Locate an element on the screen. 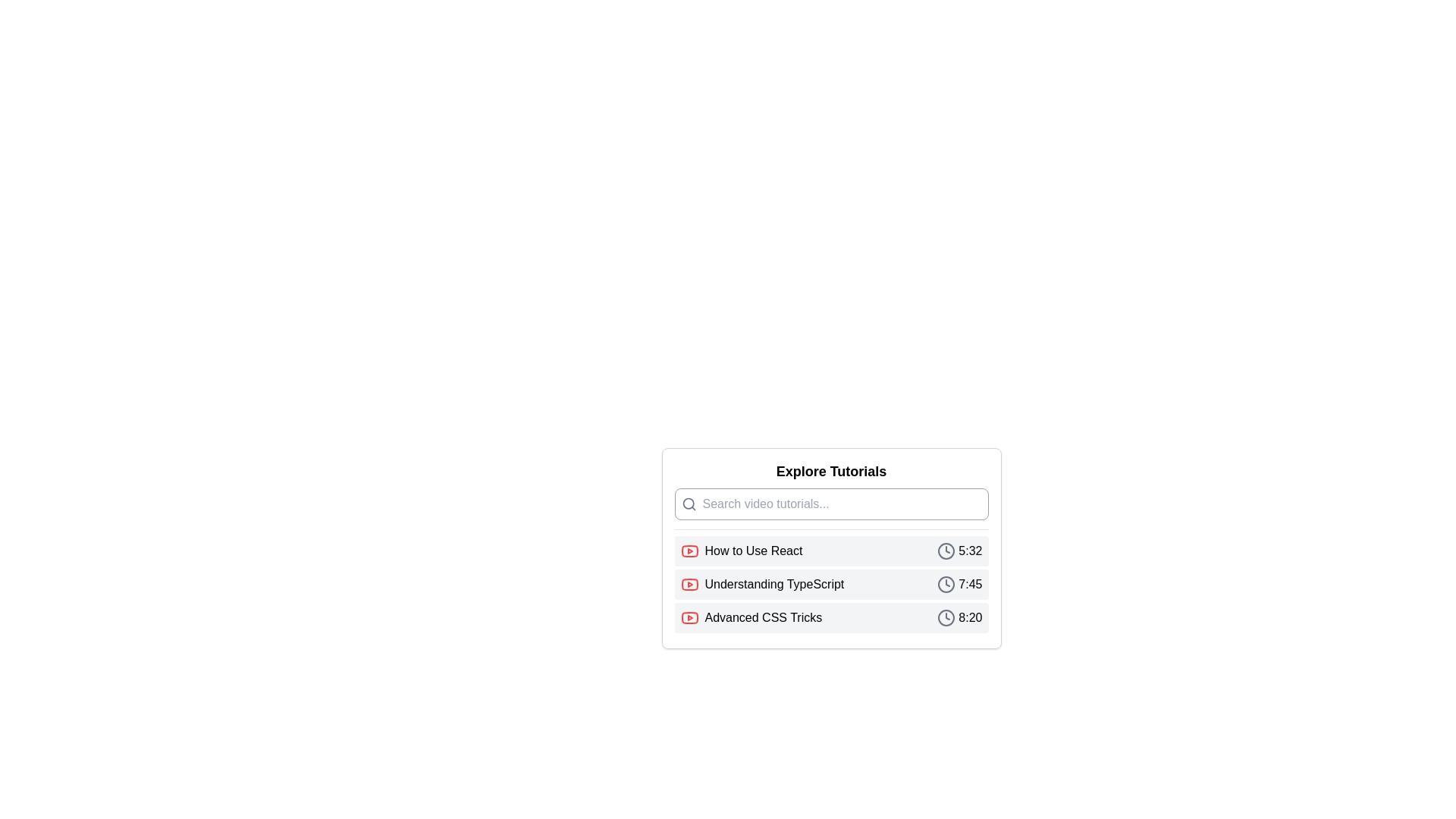 The height and width of the screenshot is (819, 1456). the text label displaying '8:20' located at the bottom-right of the 'Advanced CSS Tricks' list item to invoke a linked action is located at coordinates (969, 617).